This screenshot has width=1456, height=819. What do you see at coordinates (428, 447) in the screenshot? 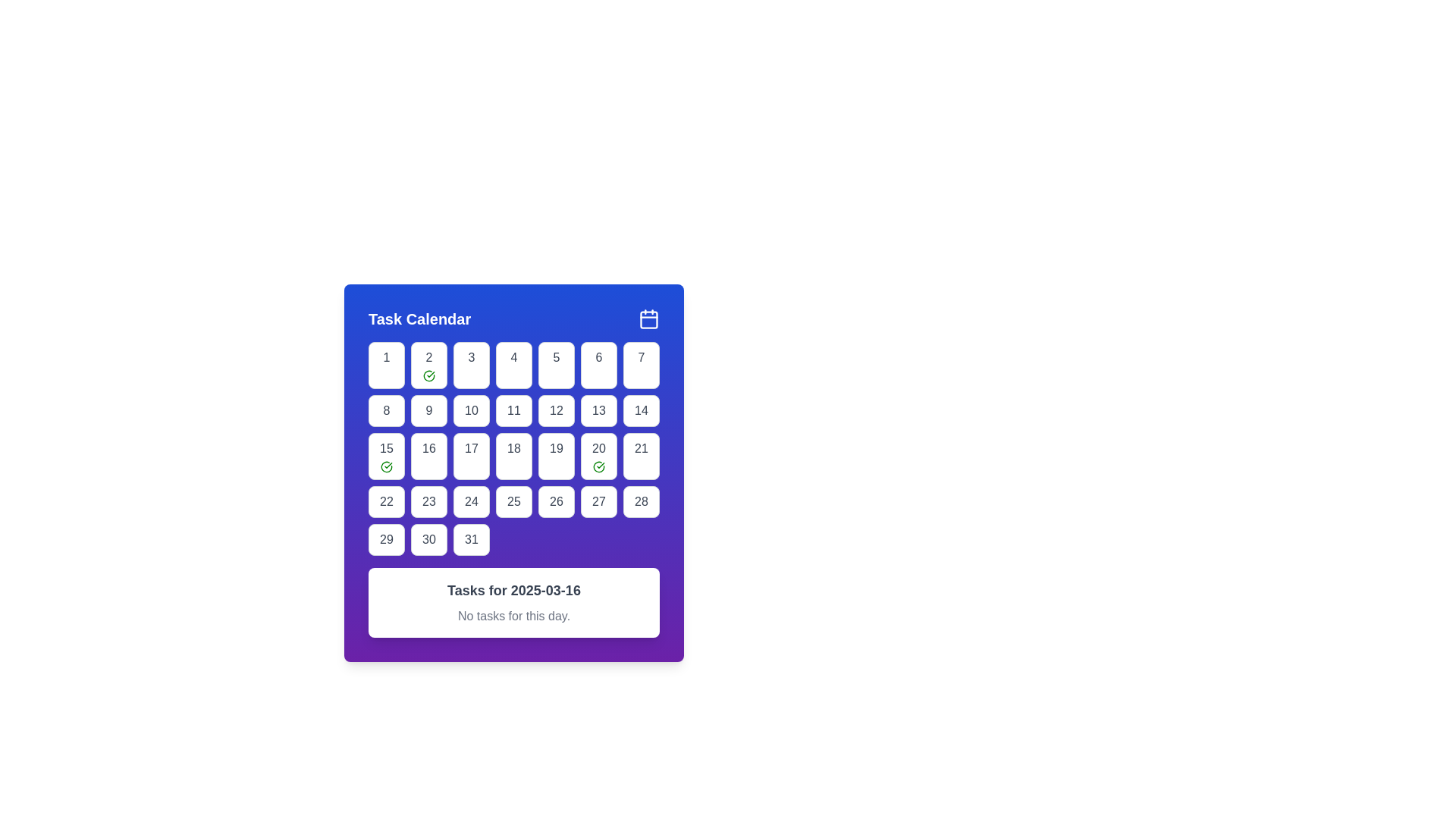
I see `text content '16' displayed in the text node within the rounded rectangular box in the fourth row and second column of the calendar grid` at bounding box center [428, 447].